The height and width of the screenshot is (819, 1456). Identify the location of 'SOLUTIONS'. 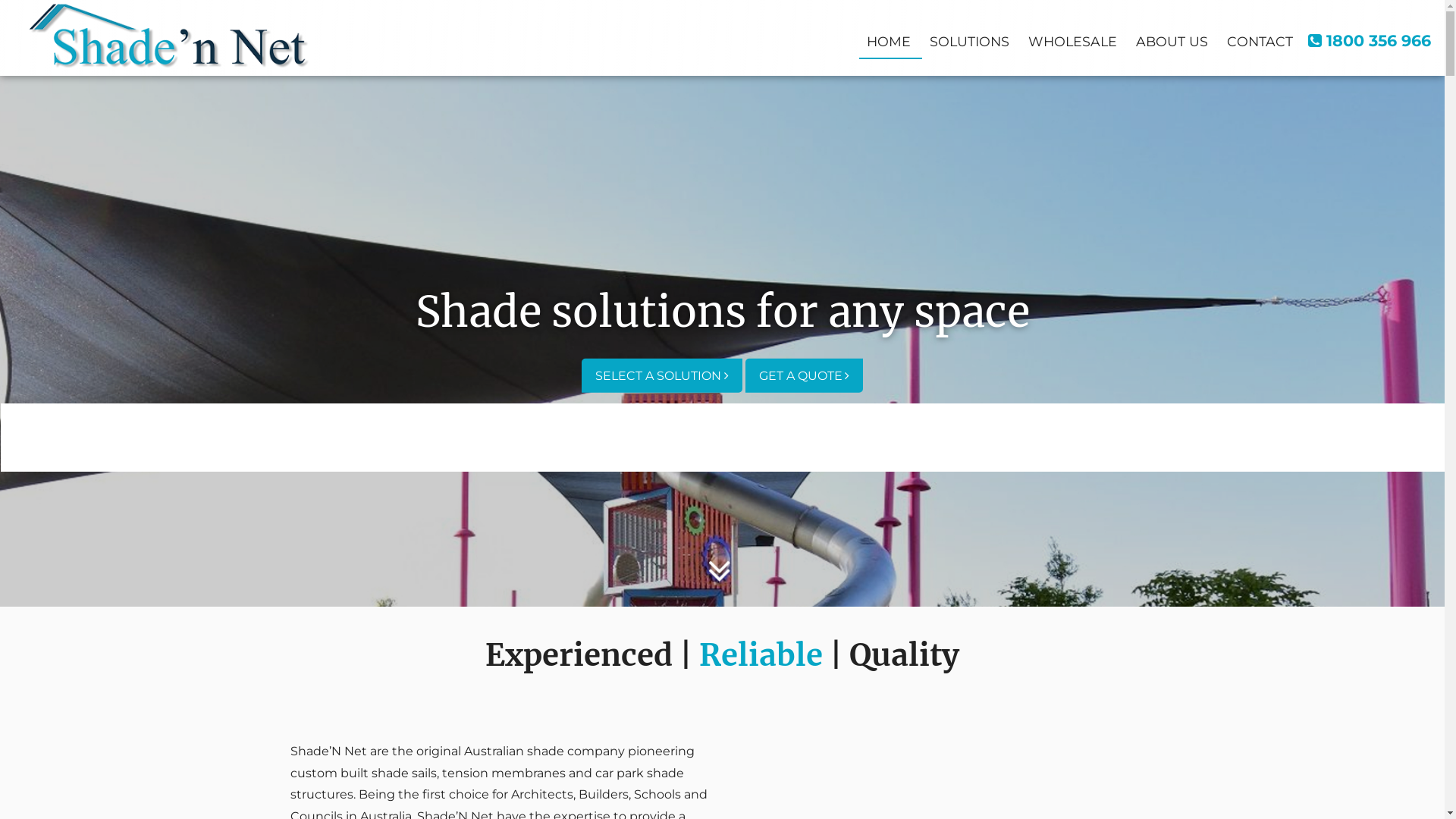
(968, 39).